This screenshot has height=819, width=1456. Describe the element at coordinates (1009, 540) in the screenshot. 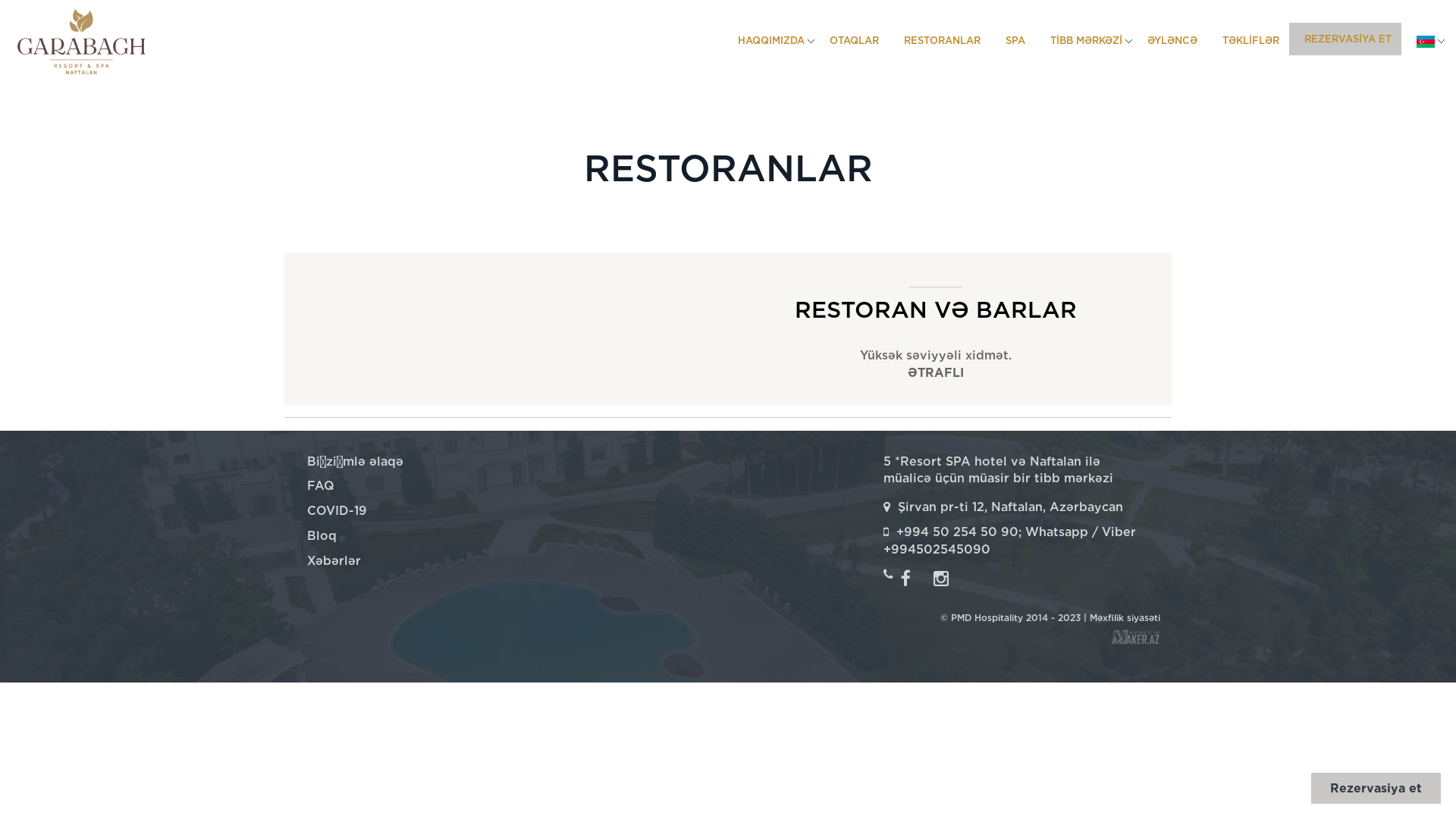

I see `'+994 50 254 50 90; Whatsapp / Viber +994502545090'` at that location.